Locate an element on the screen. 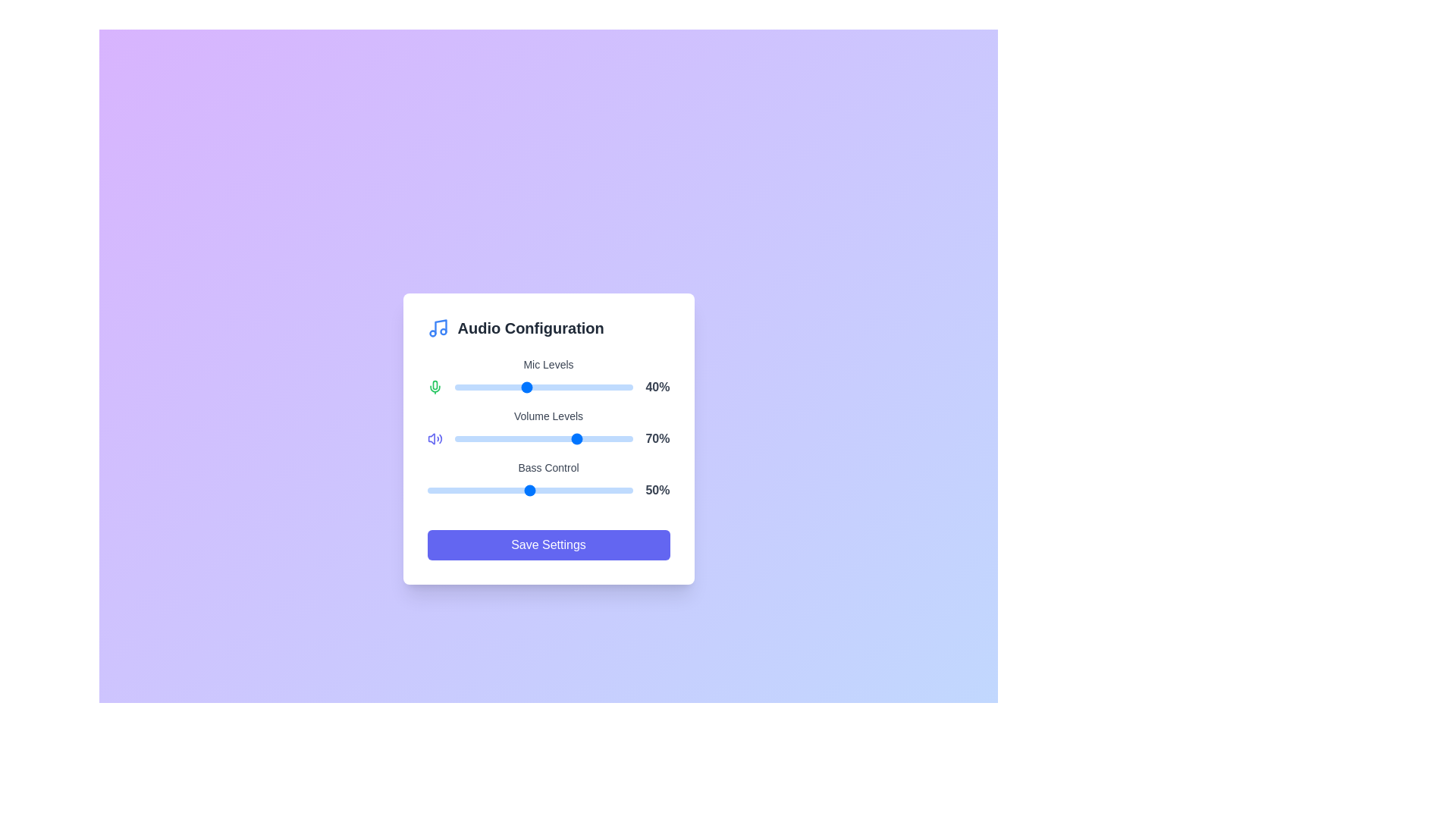  the 'Save Settings' button to save the current configuration is located at coordinates (548, 544).